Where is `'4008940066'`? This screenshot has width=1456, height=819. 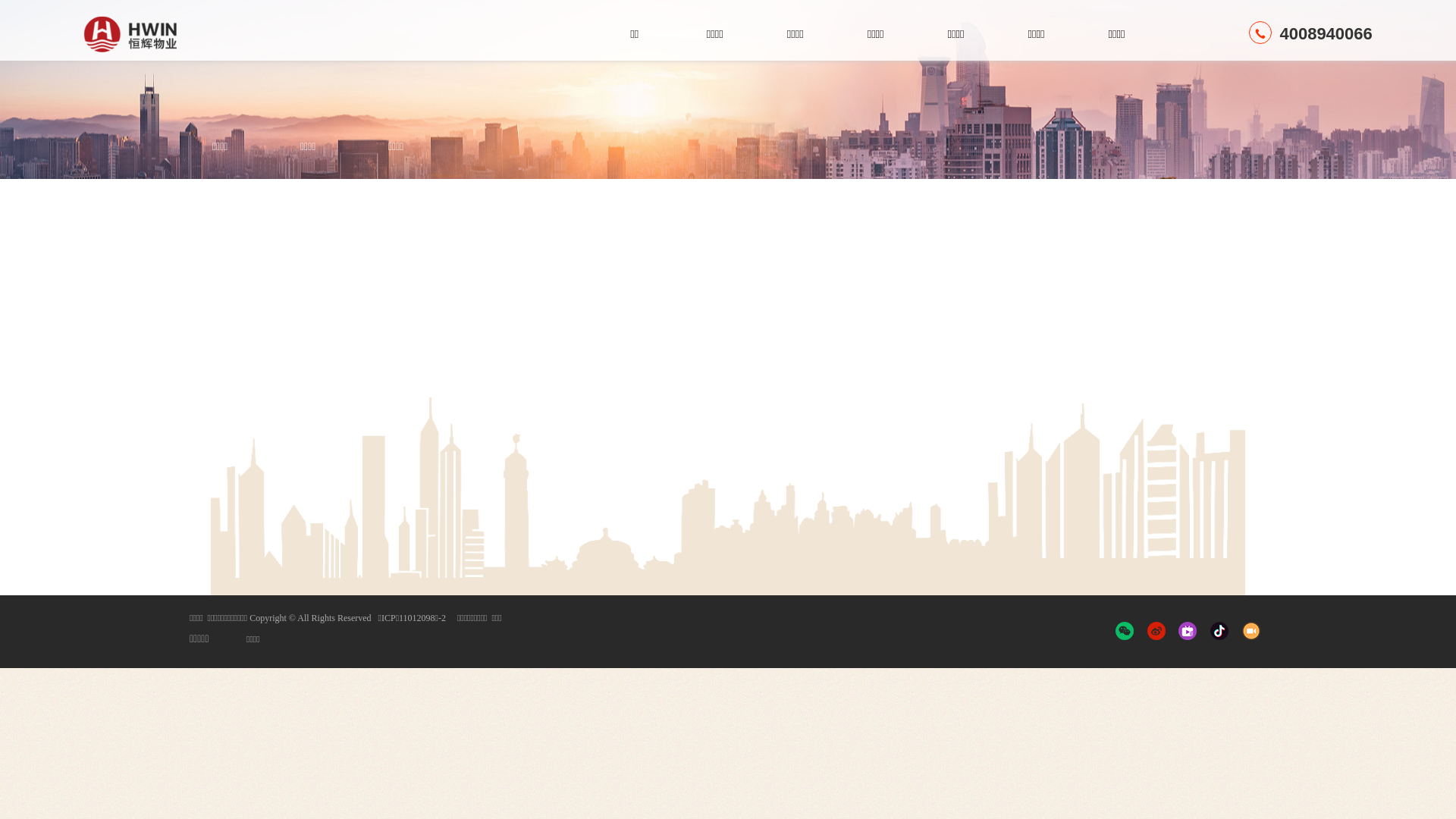 '4008940066' is located at coordinates (1248, 33).